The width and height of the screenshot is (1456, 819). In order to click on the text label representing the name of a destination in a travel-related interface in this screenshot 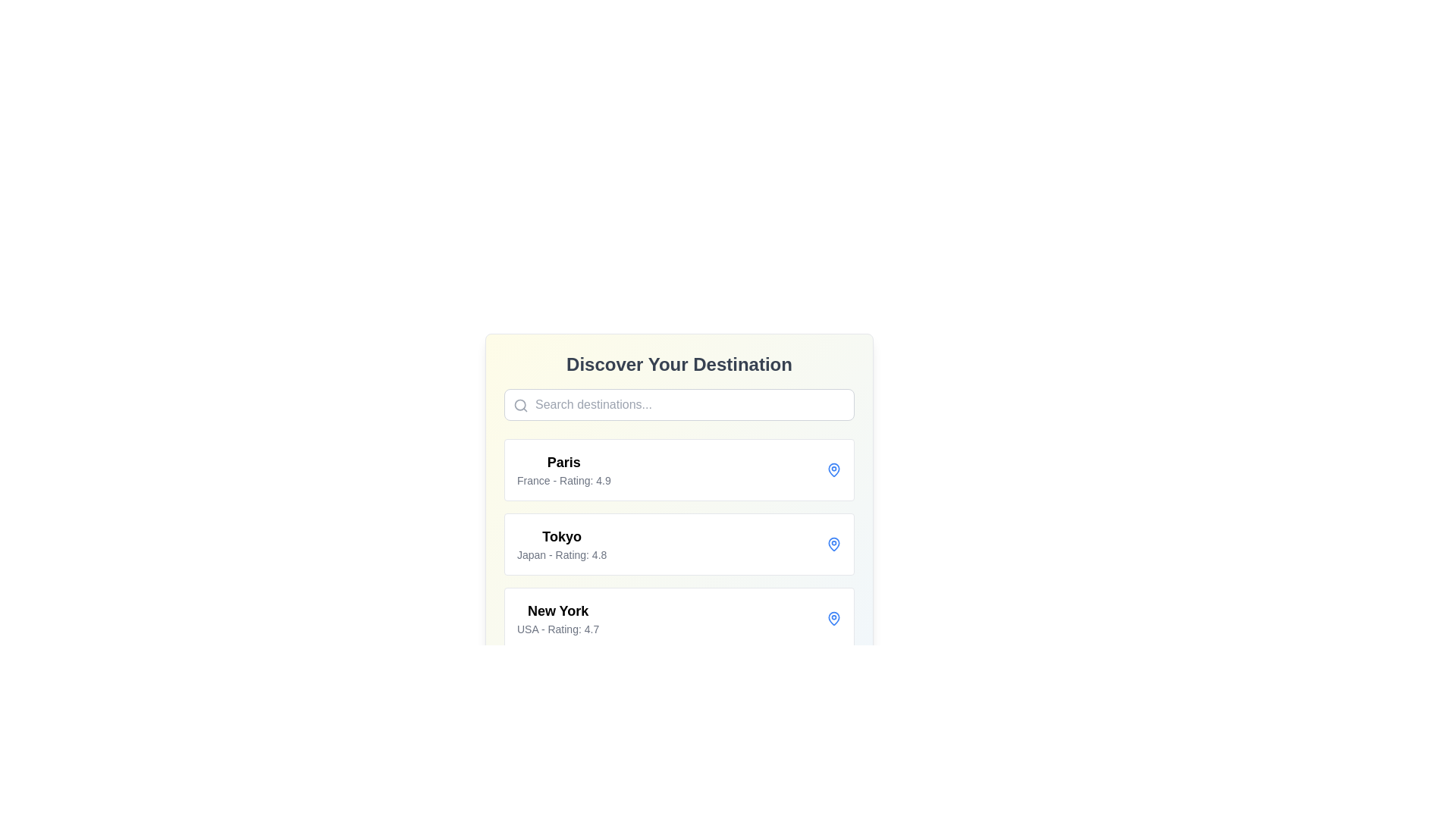, I will do `click(561, 536)`.